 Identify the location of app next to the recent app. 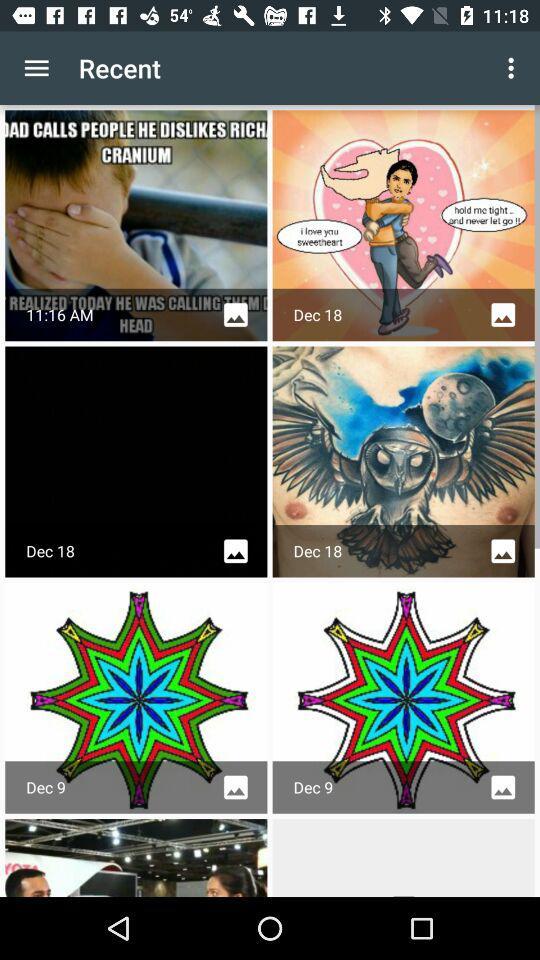
(36, 68).